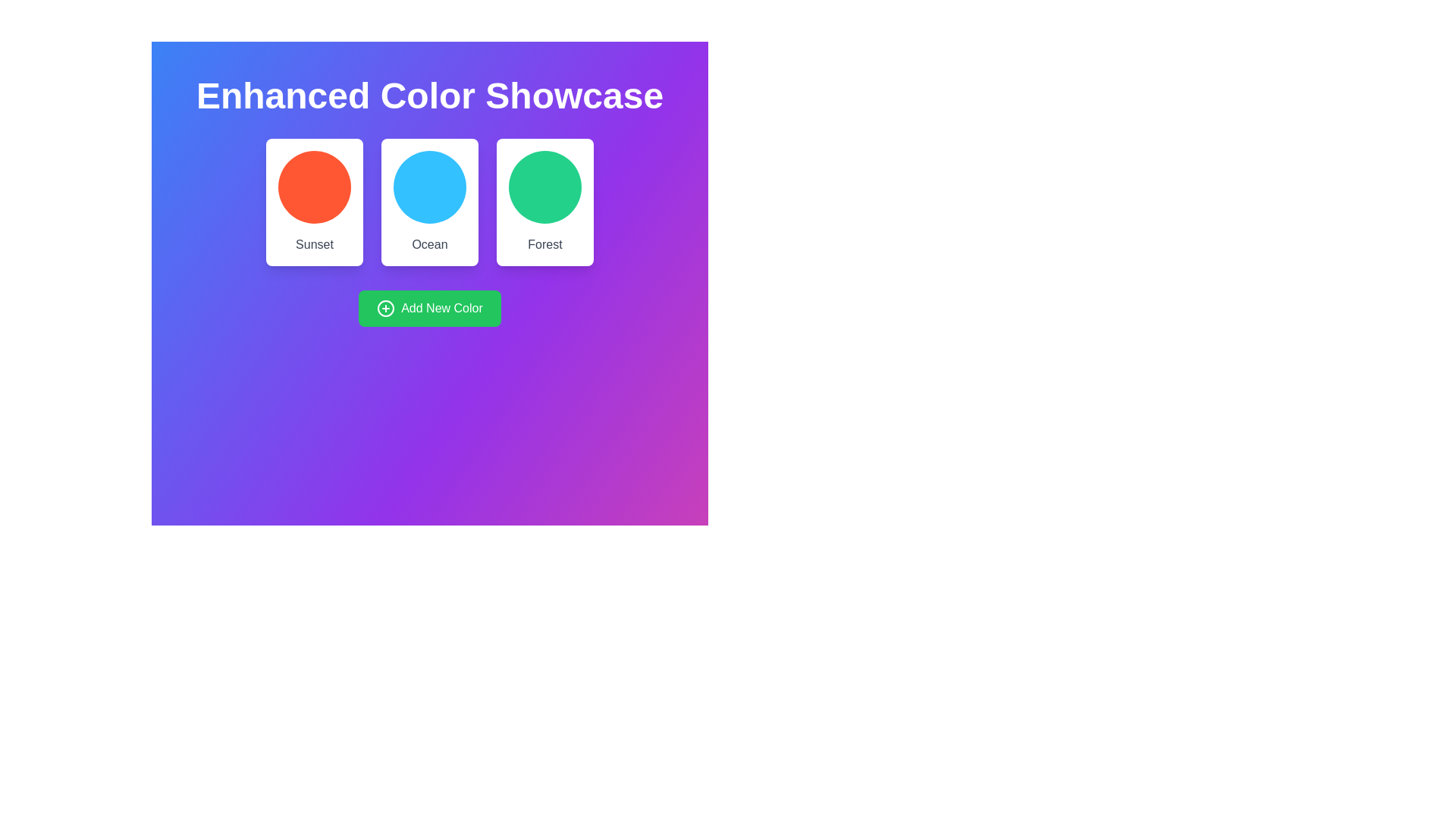 The image size is (1456, 819). I want to click on the vibrant orange circular Decorative color indicator located in the upper-left part of the interface, centered within the card labeled 'Sunset', so click(313, 186).